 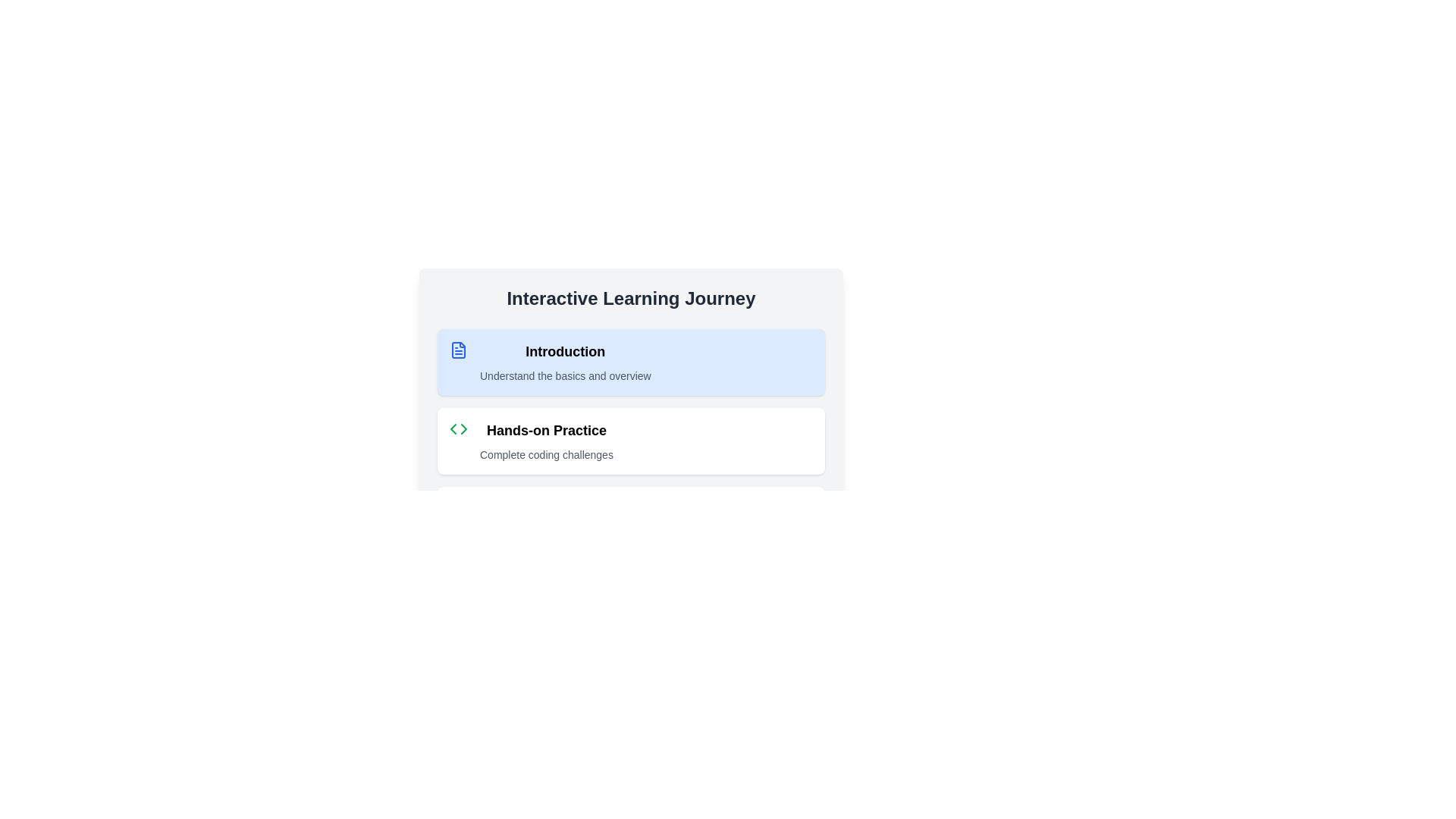 I want to click on the blue-colored file-like icon located on the left side of the 'Introduction' section within a card layout, so click(x=457, y=362).